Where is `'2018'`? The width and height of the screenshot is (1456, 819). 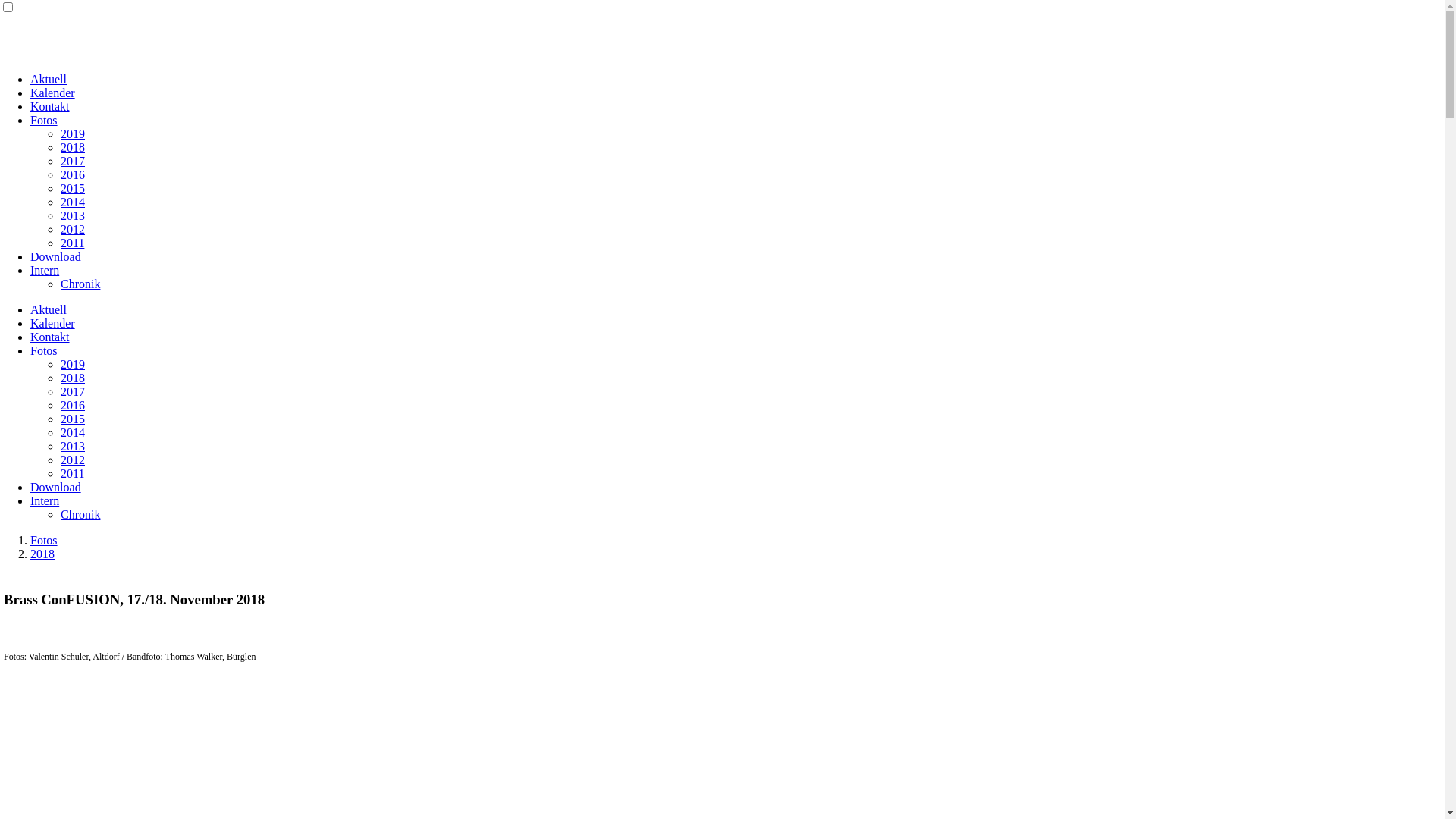
'2018' is located at coordinates (72, 147).